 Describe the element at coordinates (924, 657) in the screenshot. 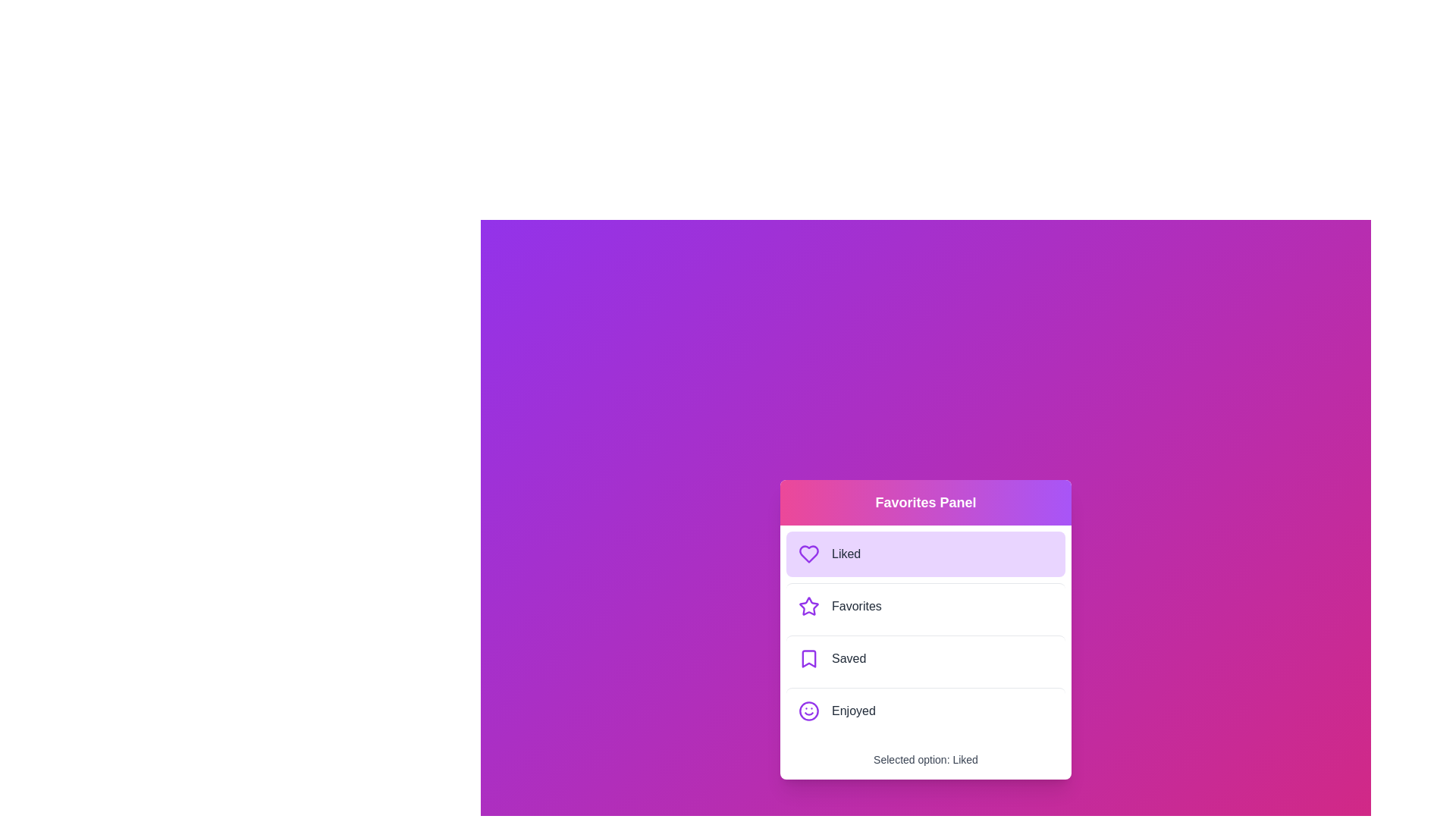

I see `the menu option corresponding to Saved in the FavoritesMenu` at that location.